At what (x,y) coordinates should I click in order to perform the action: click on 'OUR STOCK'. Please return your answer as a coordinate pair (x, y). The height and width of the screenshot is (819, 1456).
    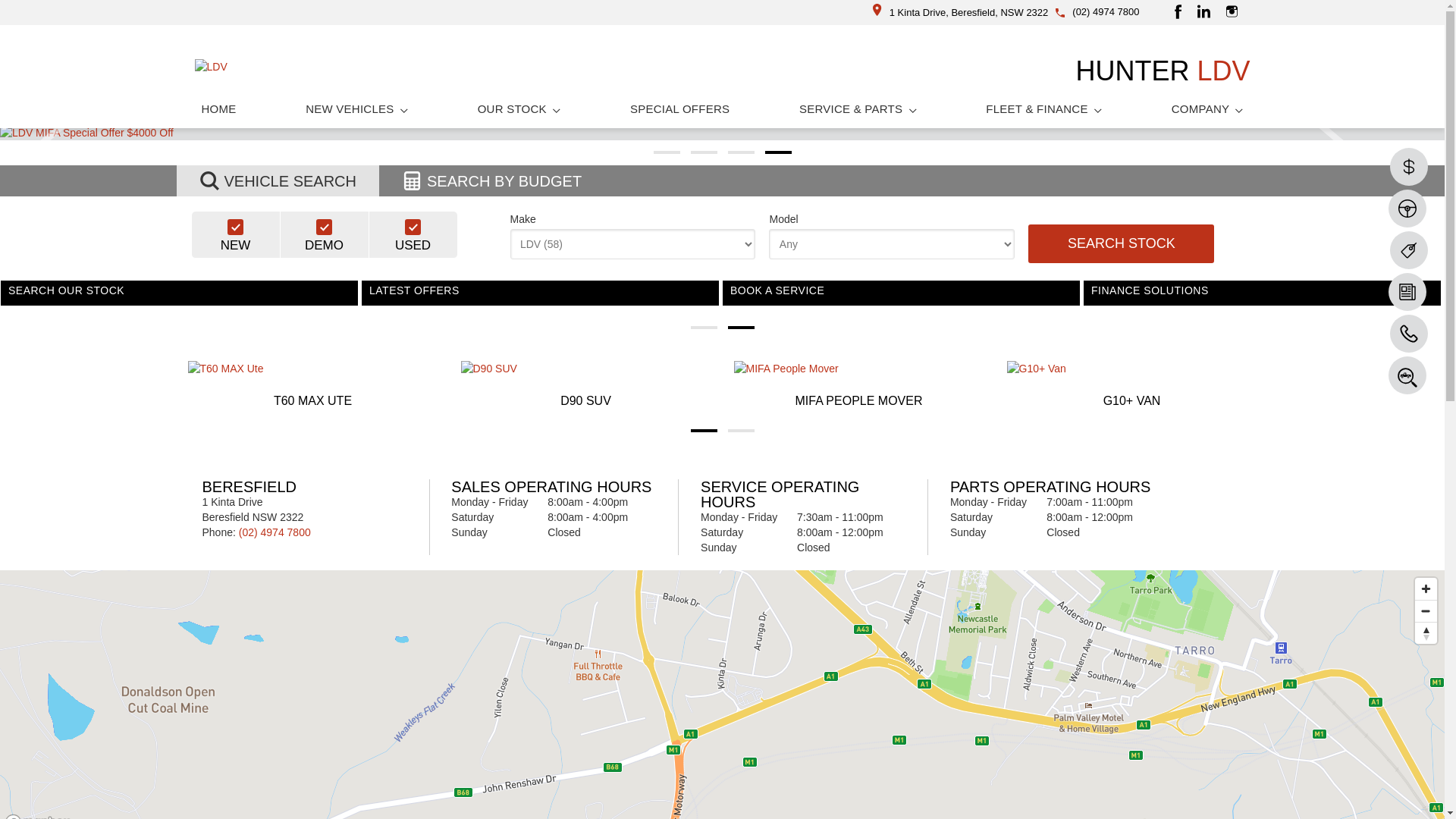
    Looking at the image, I should click on (519, 108).